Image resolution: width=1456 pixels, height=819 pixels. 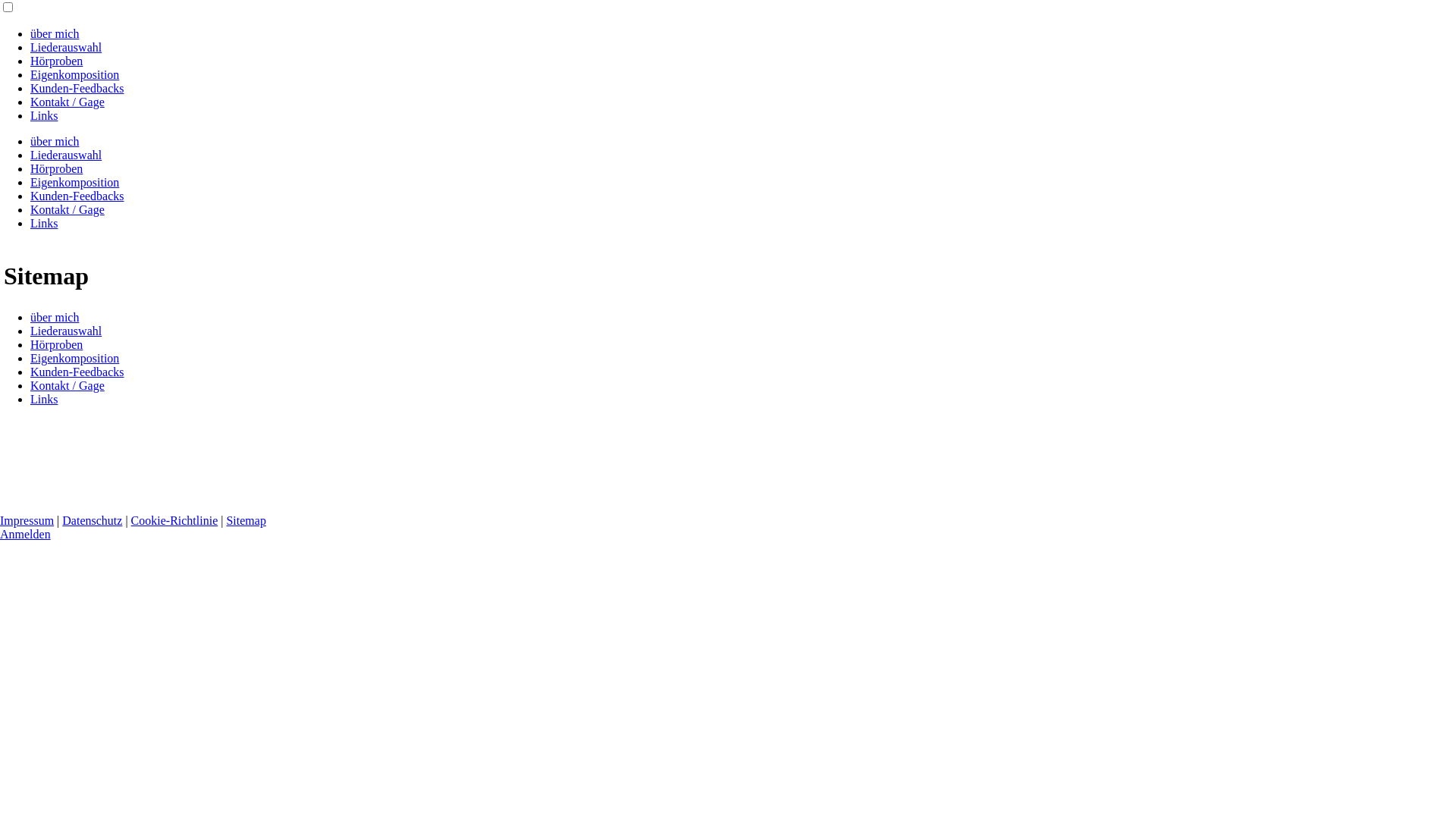 What do you see at coordinates (0, 533) in the screenshot?
I see `'Anmelden'` at bounding box center [0, 533].